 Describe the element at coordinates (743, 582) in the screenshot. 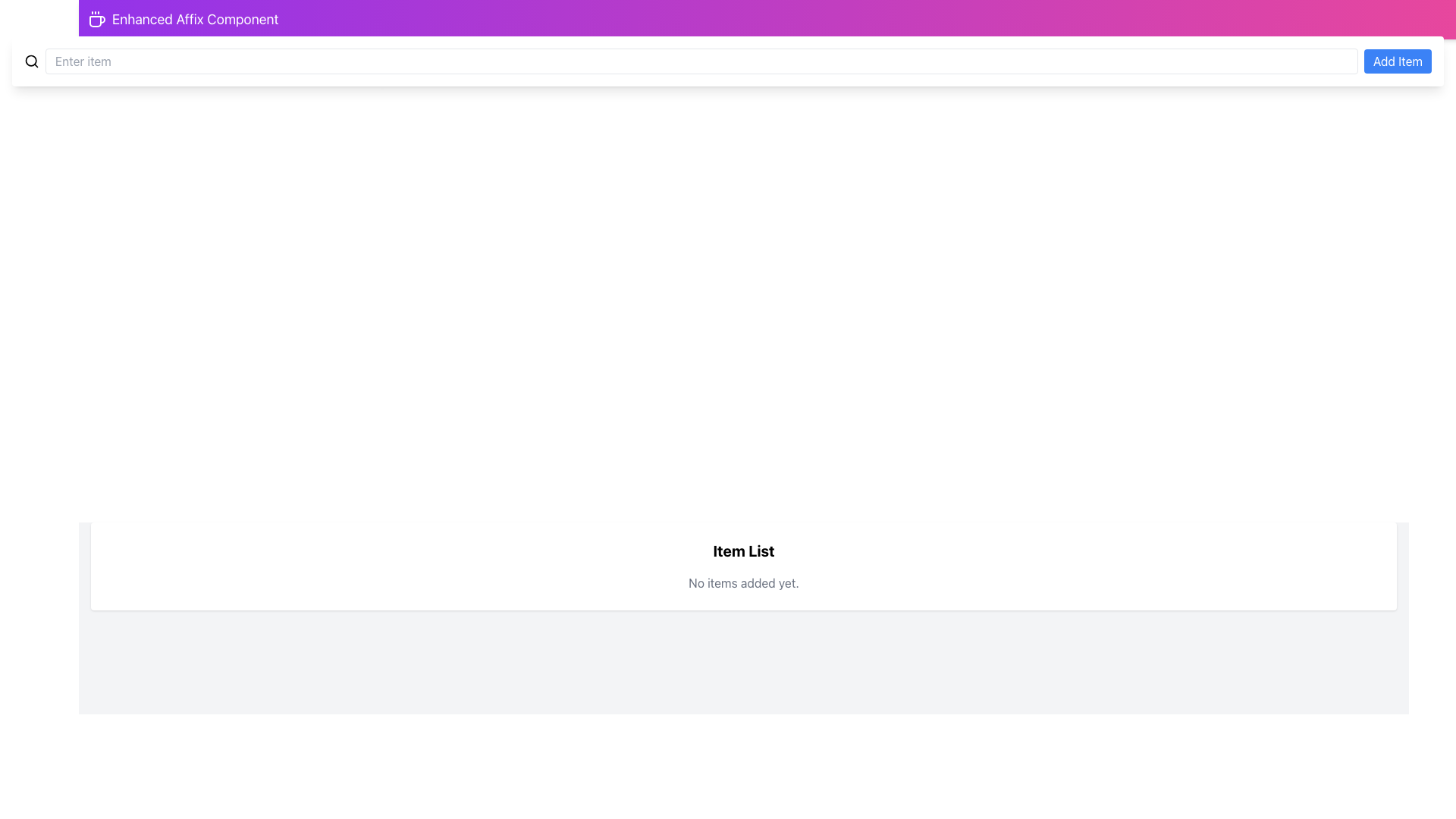

I see `the informational text label indicating that there are currently no items in the list, which is located below the title 'Item List' in a white box with rounded borders` at that location.